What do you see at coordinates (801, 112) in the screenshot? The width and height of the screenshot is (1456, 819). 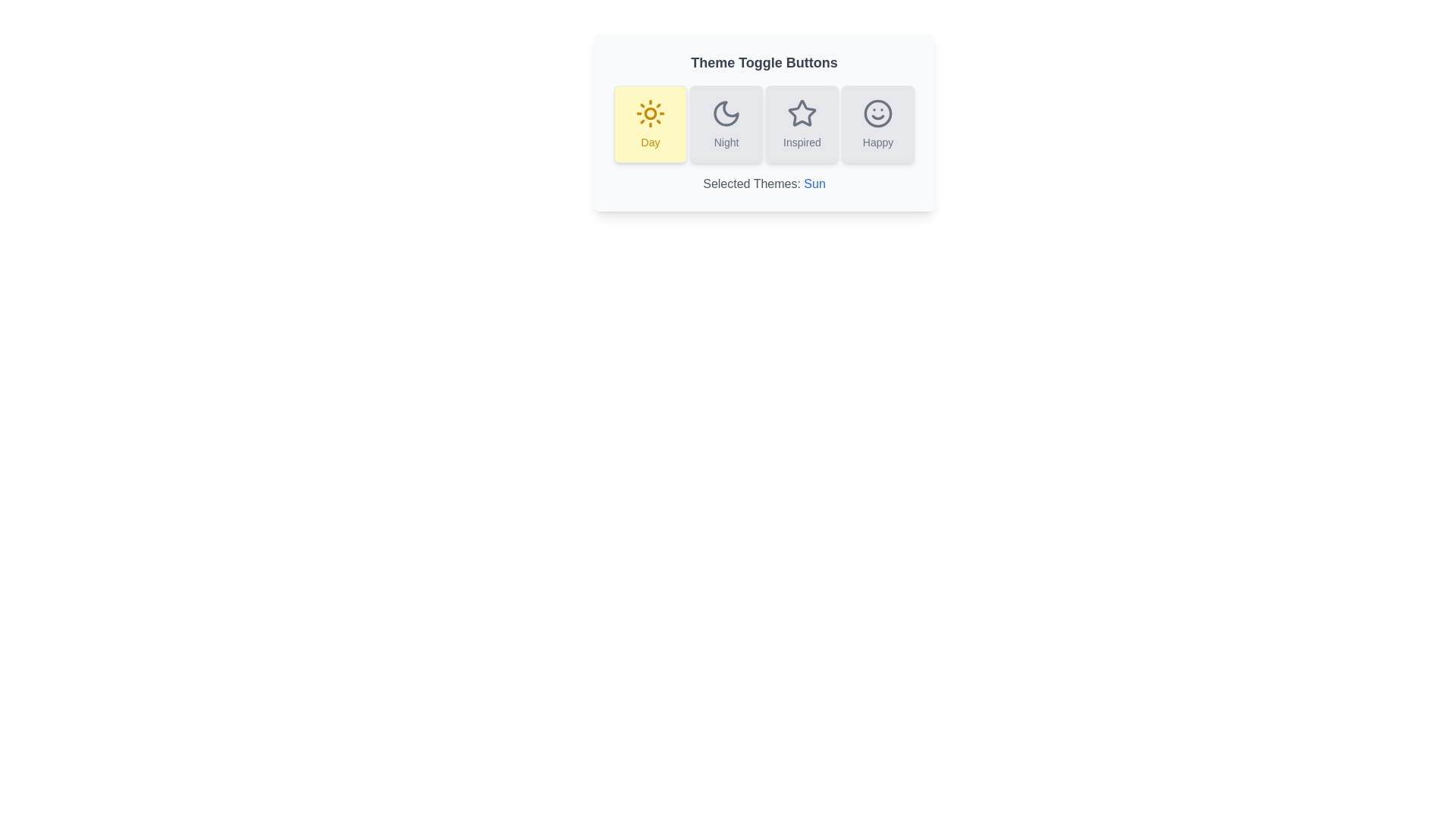 I see `the 'Inspired' theme toggle button, which is the third in a row of four toggle buttons, located between the 'Night' and 'Happy' buttons` at bounding box center [801, 112].